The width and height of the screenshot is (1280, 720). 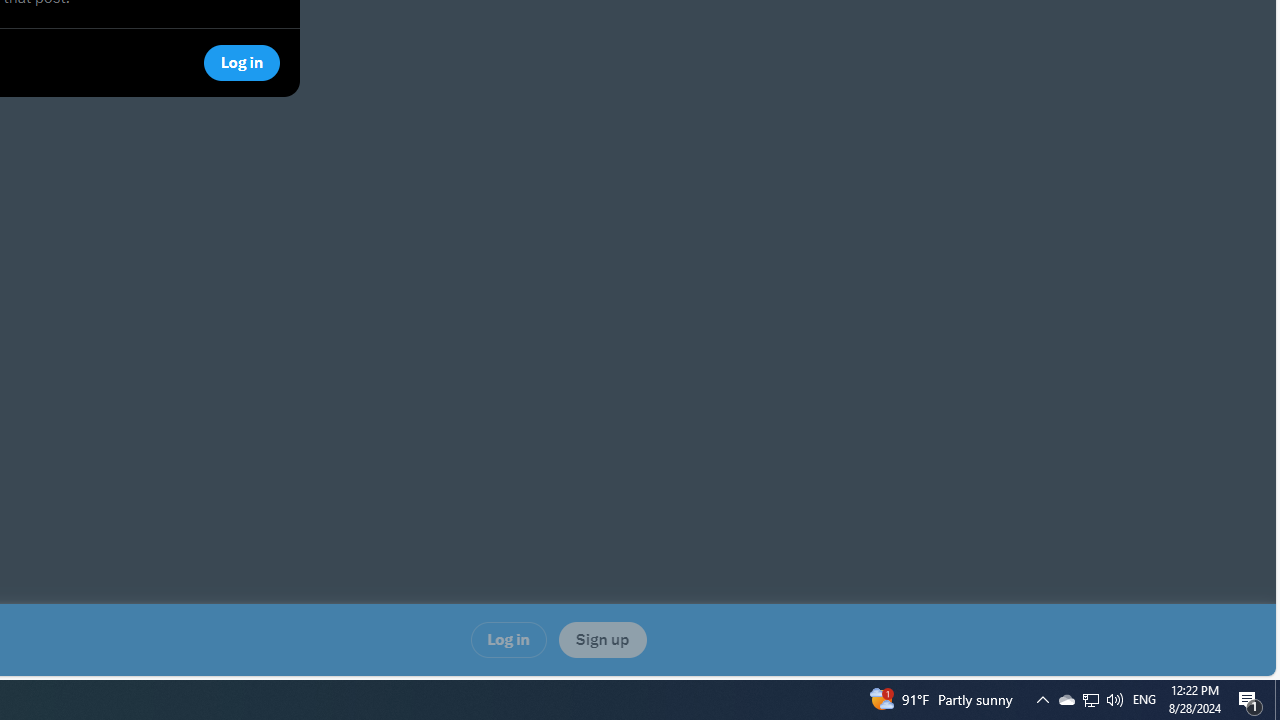 I want to click on 'Sign up', so click(x=601, y=640).